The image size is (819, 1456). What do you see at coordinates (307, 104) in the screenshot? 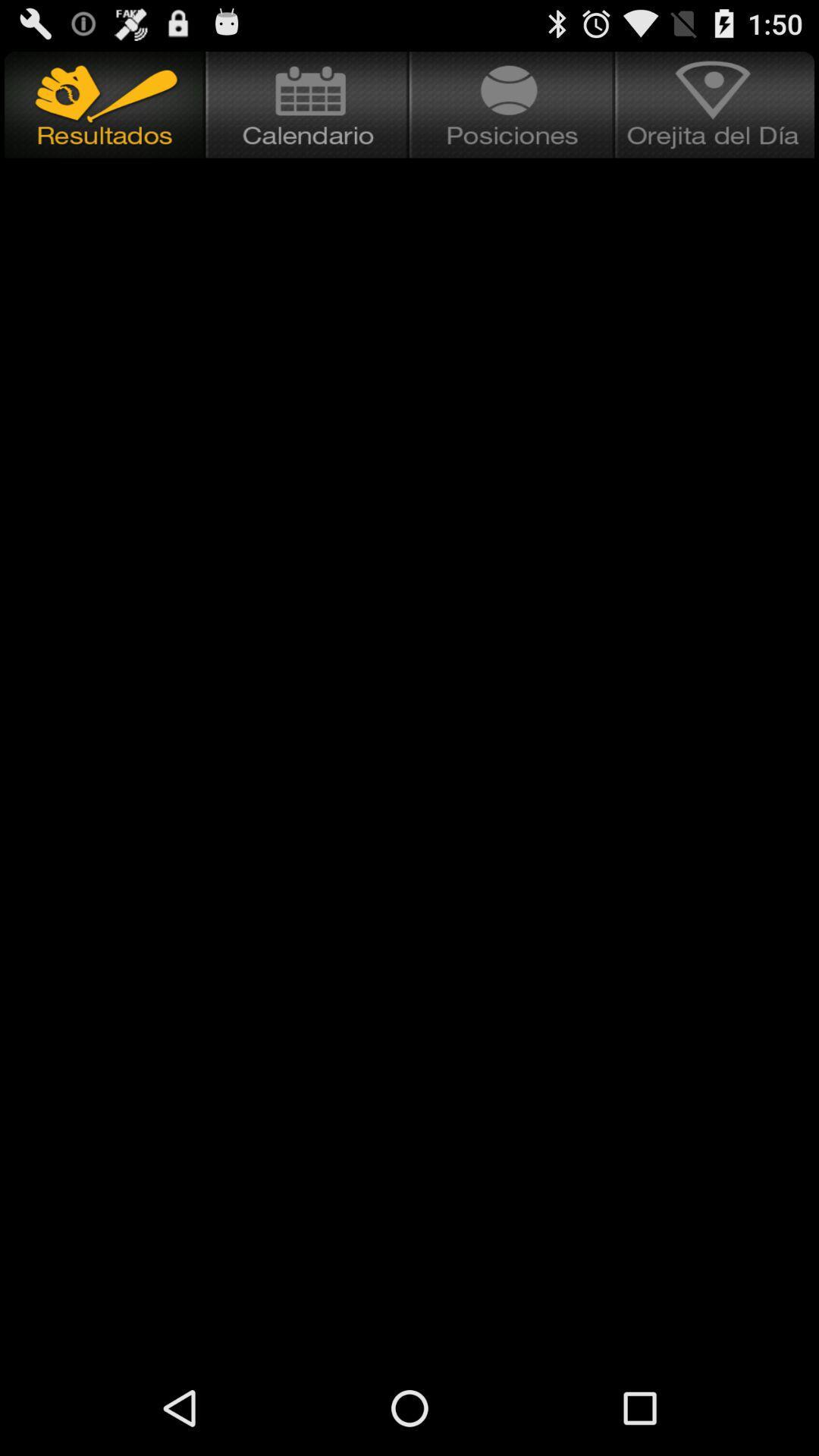
I see `check the calender` at bounding box center [307, 104].